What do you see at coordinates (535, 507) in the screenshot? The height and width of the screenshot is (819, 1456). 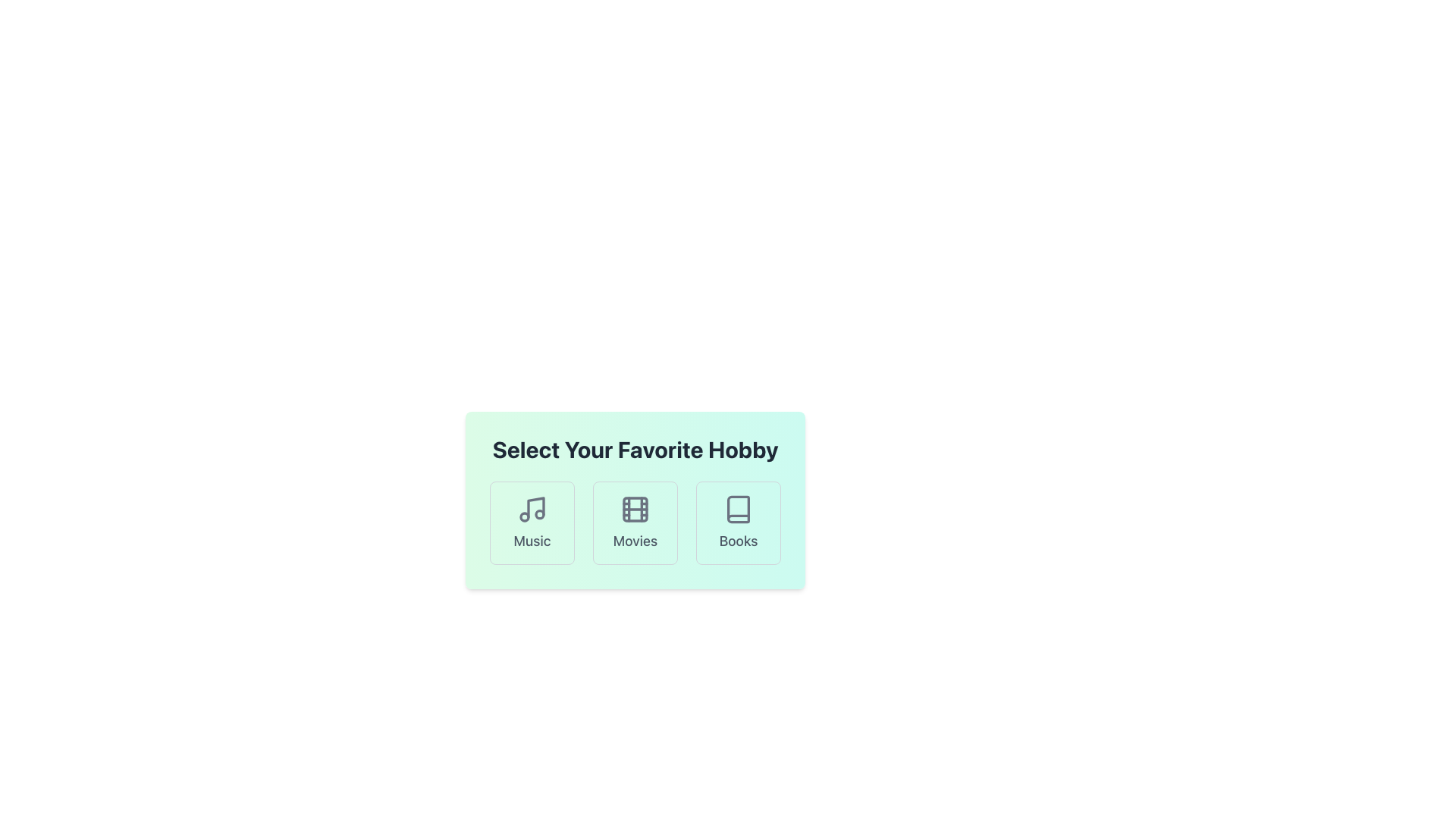 I see `the 'Music' icon, which visually represents the music button located in the first column of a three-column layout` at bounding box center [535, 507].